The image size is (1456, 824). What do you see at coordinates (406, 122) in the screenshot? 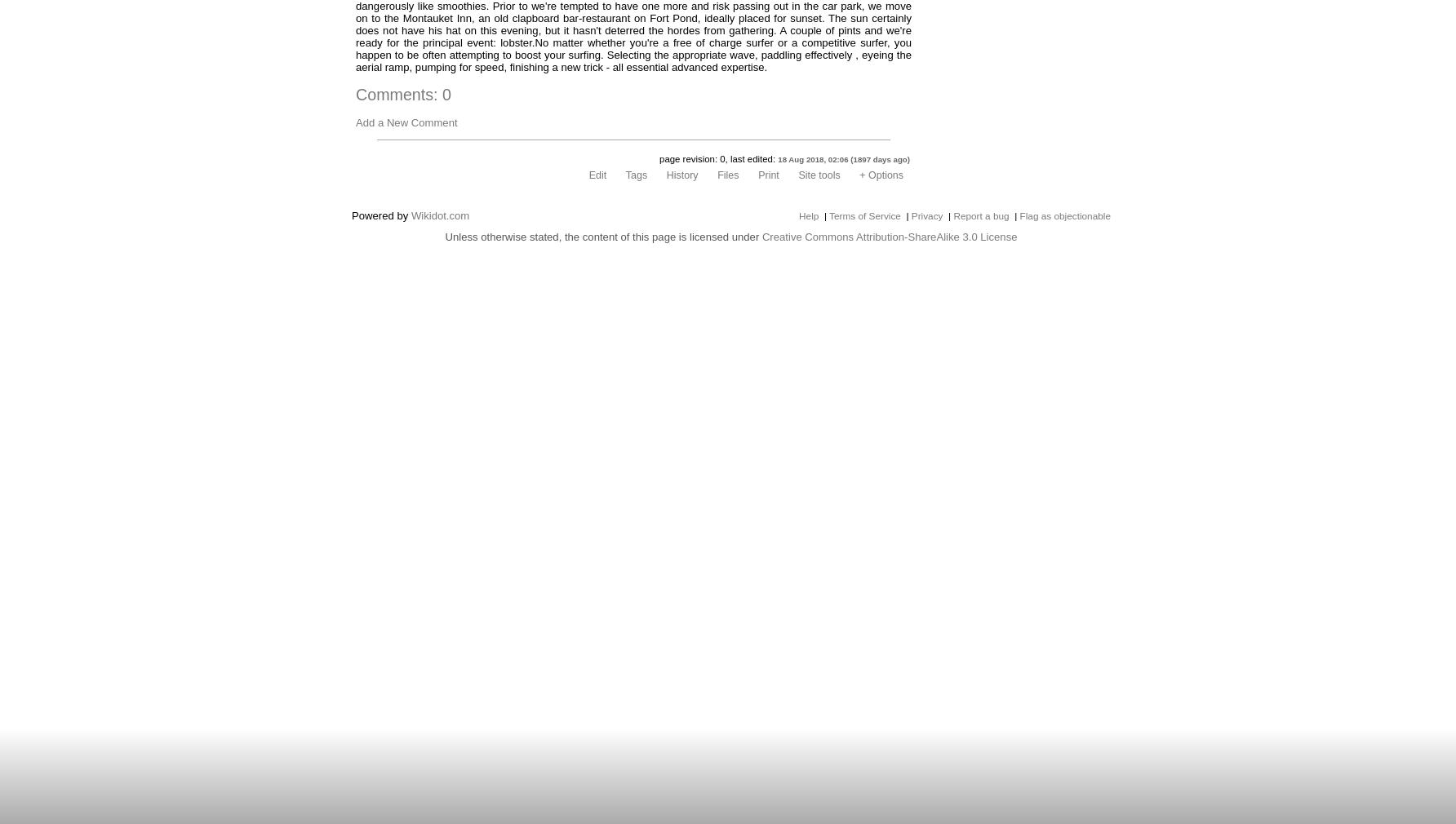
I see `'Add a New Comment'` at bounding box center [406, 122].